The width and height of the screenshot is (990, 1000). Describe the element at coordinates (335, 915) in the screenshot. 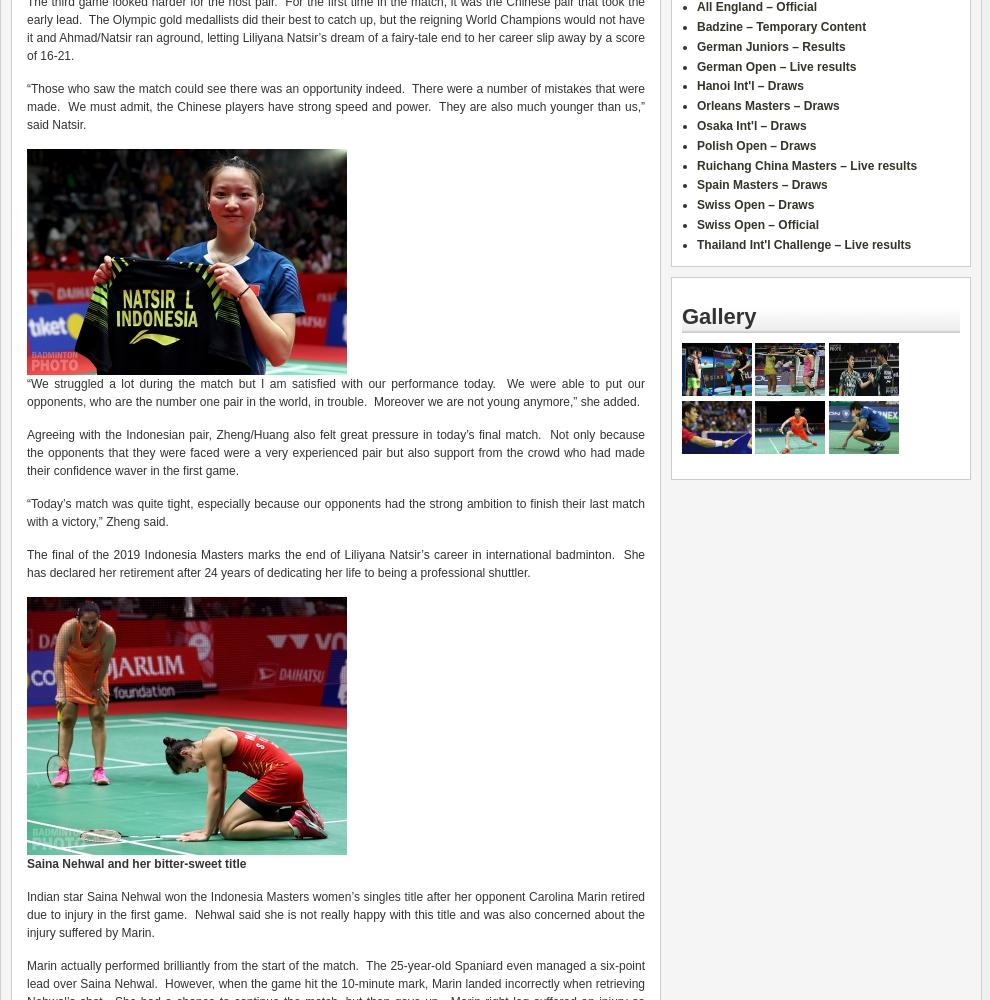

I see `'Indian star Saina Nehwal won the Indonesia Masters women’s singles title after her opponent Carolina Marin retired due to injury in the first game.  Nehwal said she is not really happy with this title and was also concerned about the injury suffered by Marin.'` at that location.